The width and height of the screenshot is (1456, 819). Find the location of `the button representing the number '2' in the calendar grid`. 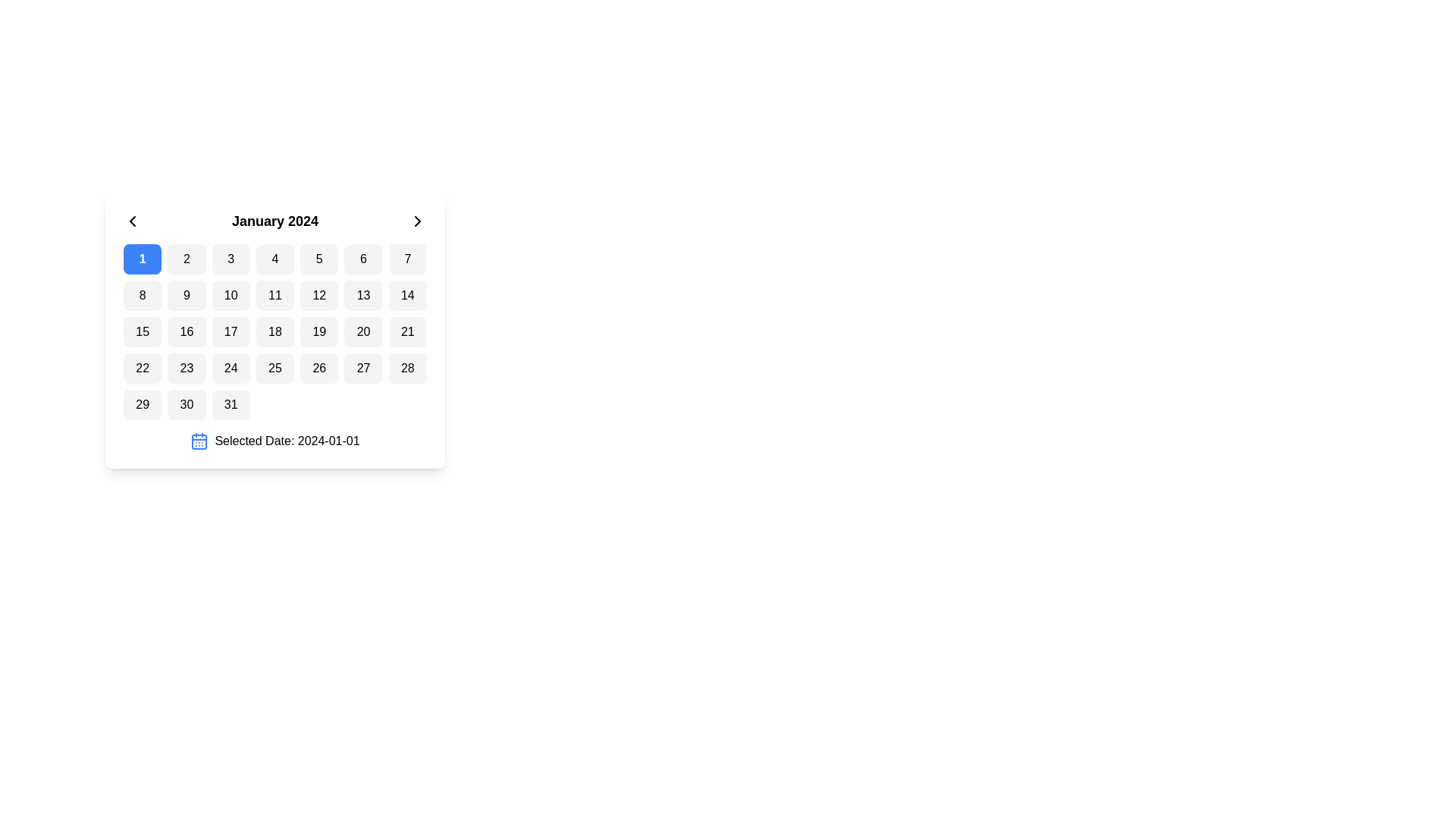

the button representing the number '2' in the calendar grid is located at coordinates (186, 259).